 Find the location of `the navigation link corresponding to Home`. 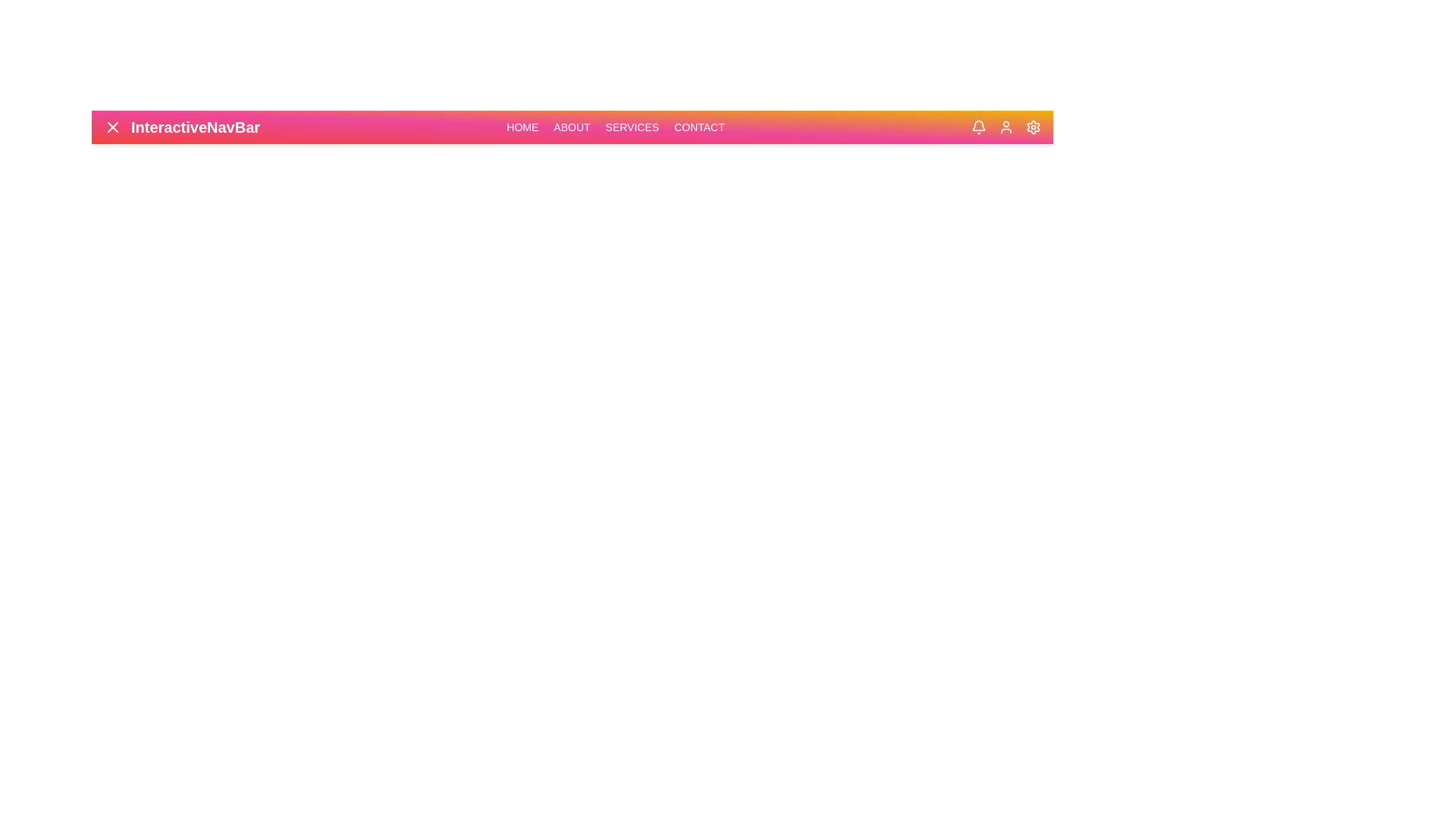

the navigation link corresponding to Home is located at coordinates (522, 127).